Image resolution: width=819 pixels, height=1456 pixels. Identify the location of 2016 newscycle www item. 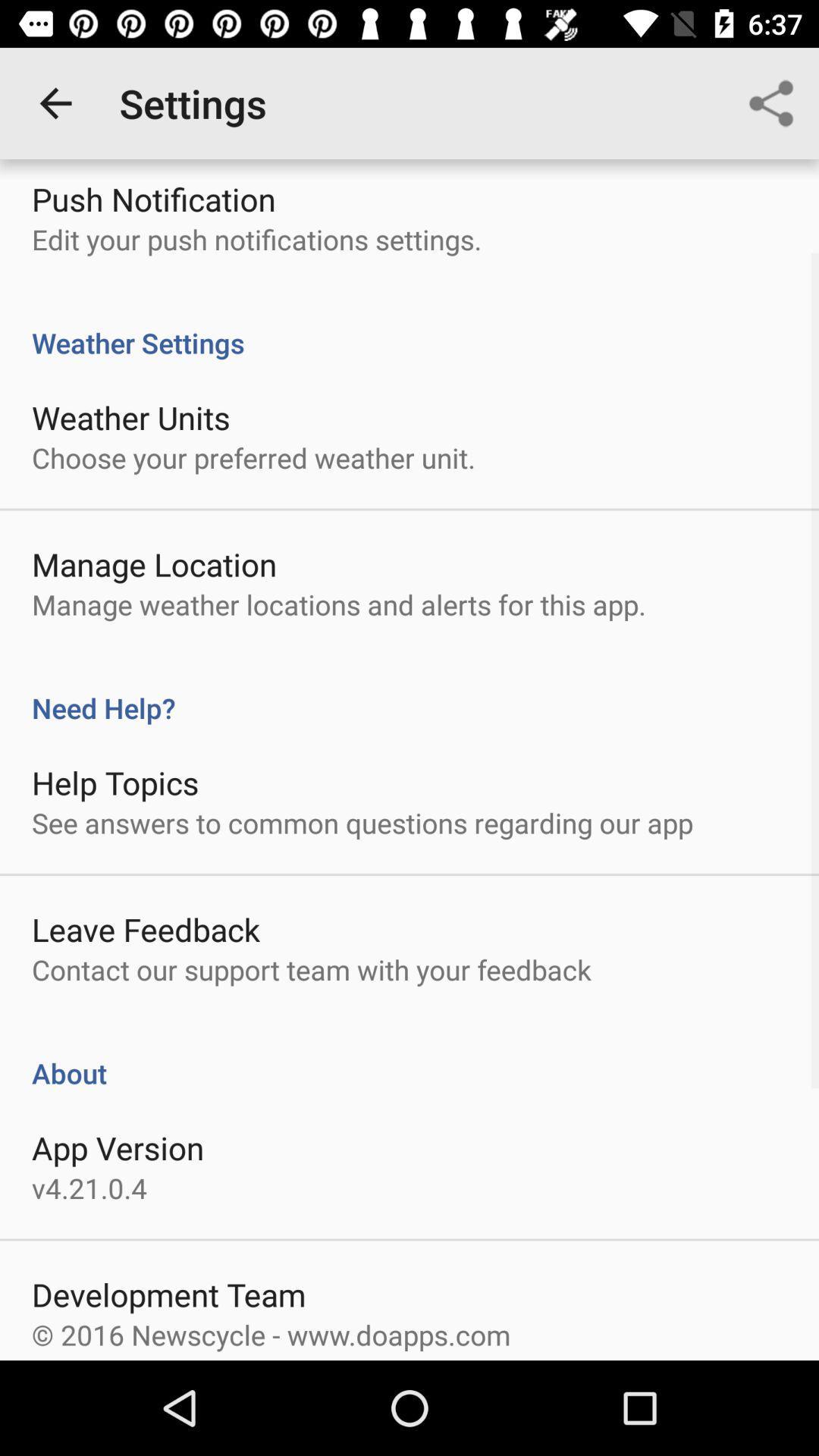
(270, 1335).